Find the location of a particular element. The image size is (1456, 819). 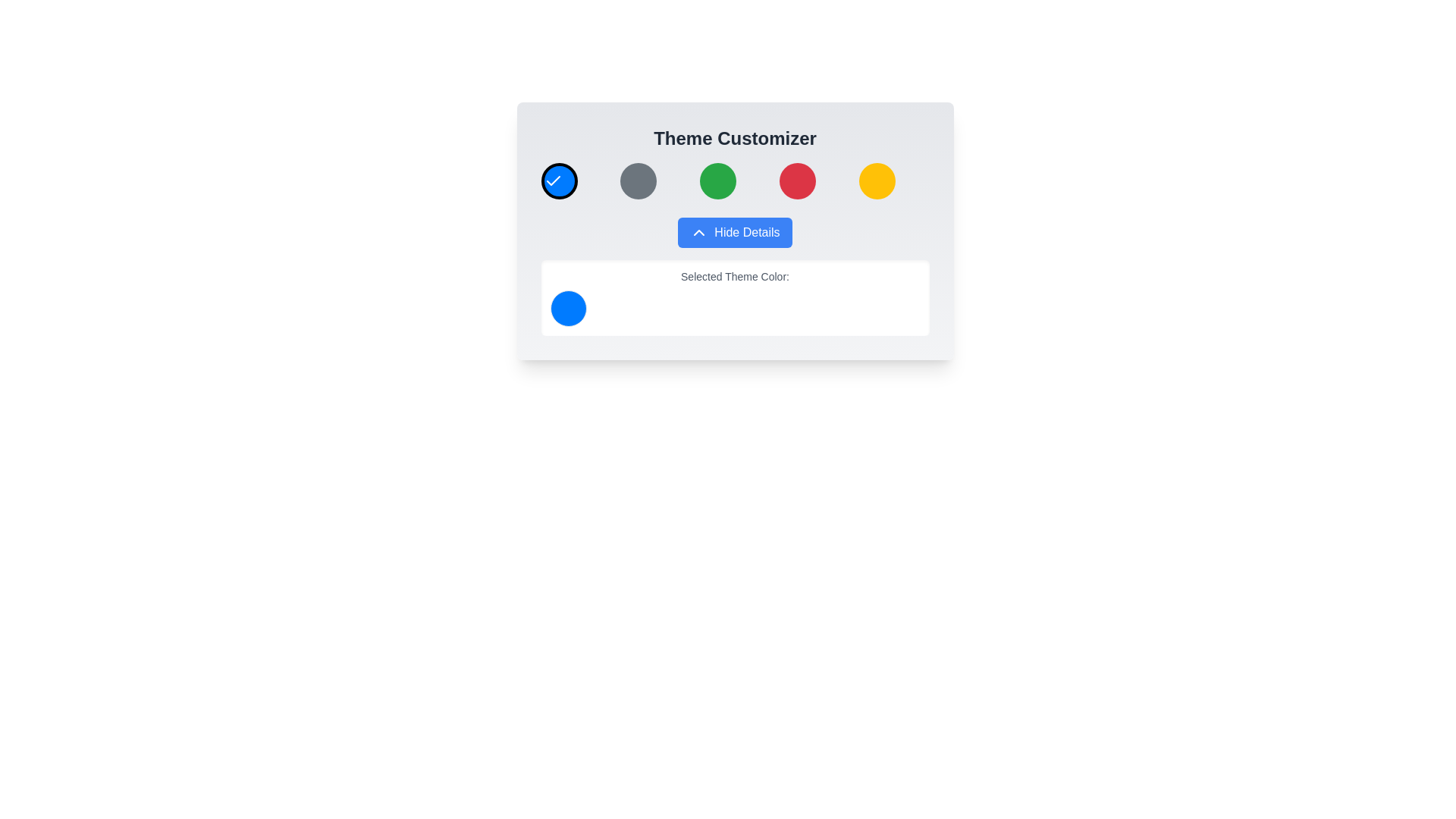

the fourth circular Selectable Color Option with a red background color located below the 'Theme Customizer' heading to enlarge it is located at coordinates (796, 180).